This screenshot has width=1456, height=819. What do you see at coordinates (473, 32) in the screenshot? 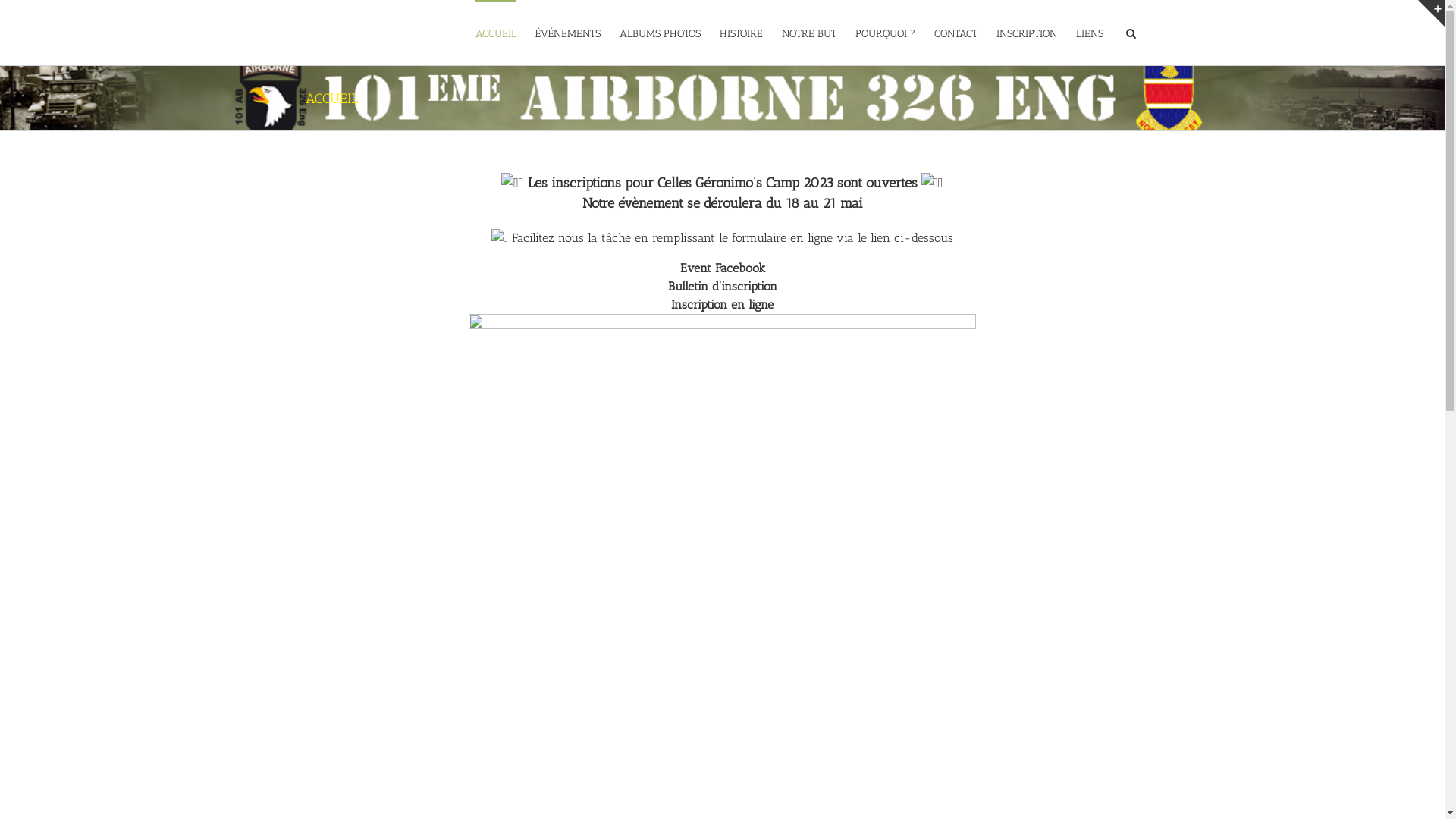
I see `'ACCUEIL'` at bounding box center [473, 32].